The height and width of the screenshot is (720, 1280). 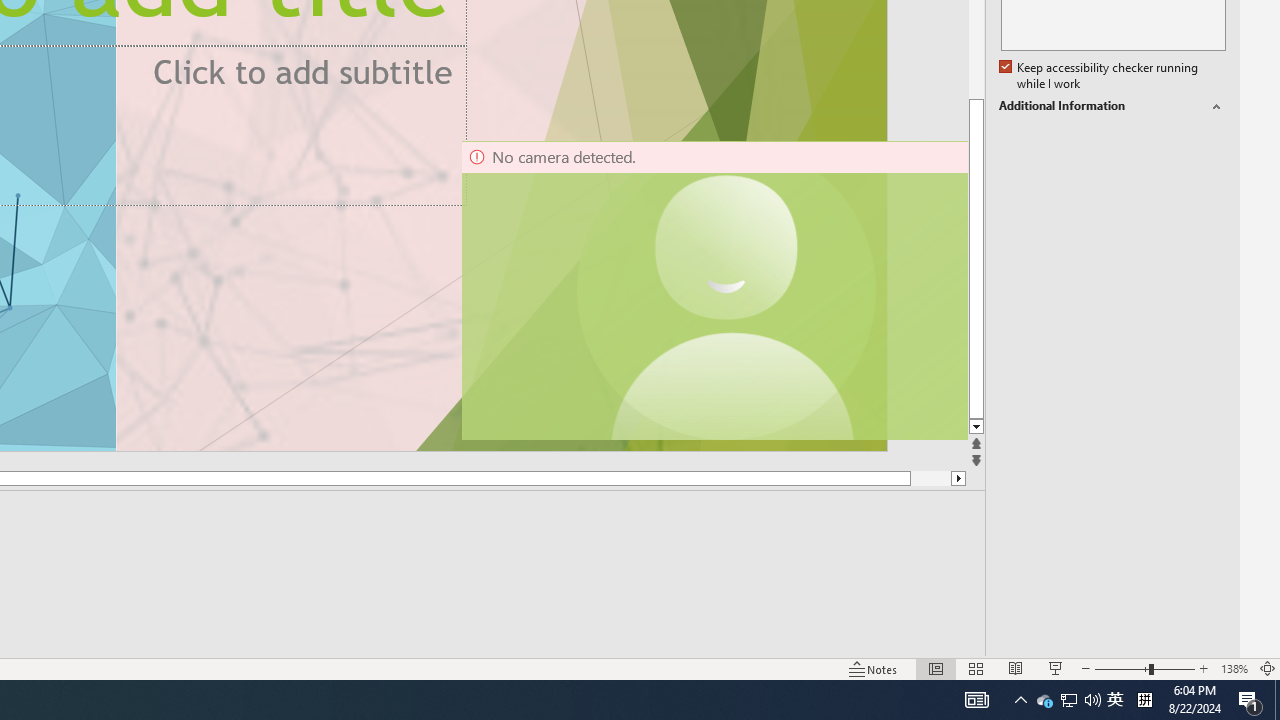 I want to click on 'Keep accessibility checker running while I work', so click(x=1099, y=75).